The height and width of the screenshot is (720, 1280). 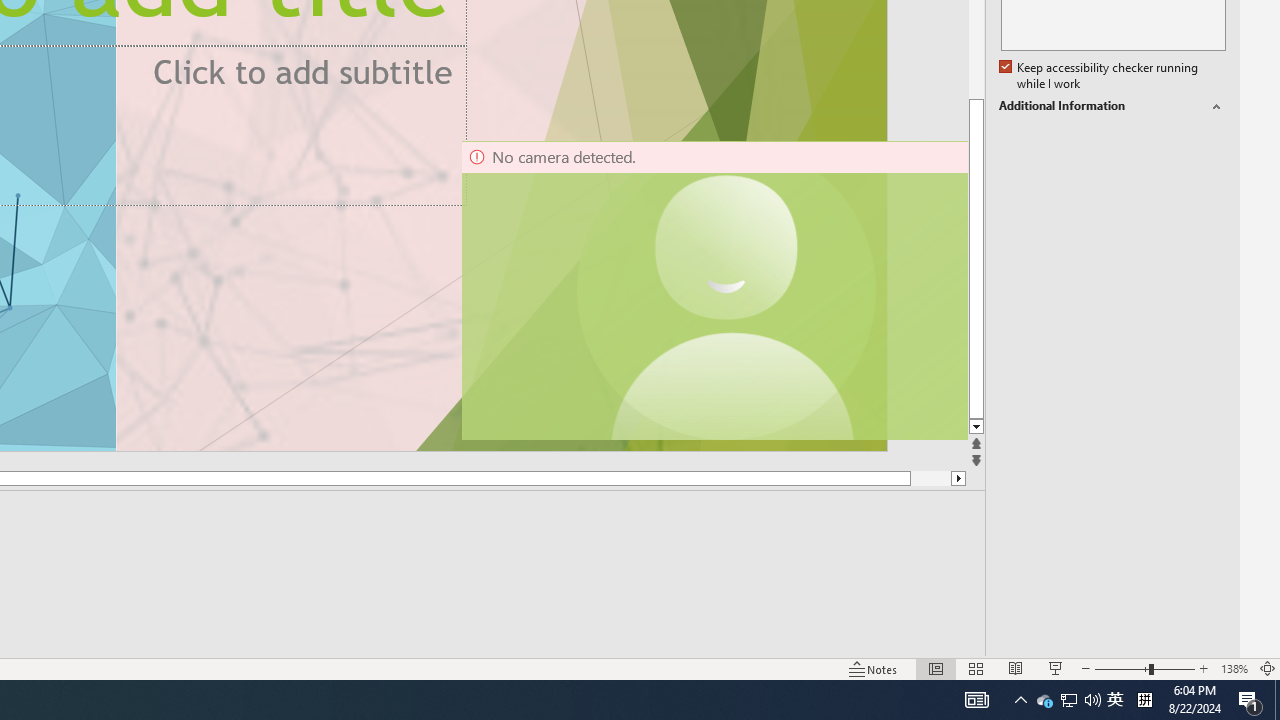 I want to click on 'Keep accessibility checker running while I work', so click(x=1099, y=75).